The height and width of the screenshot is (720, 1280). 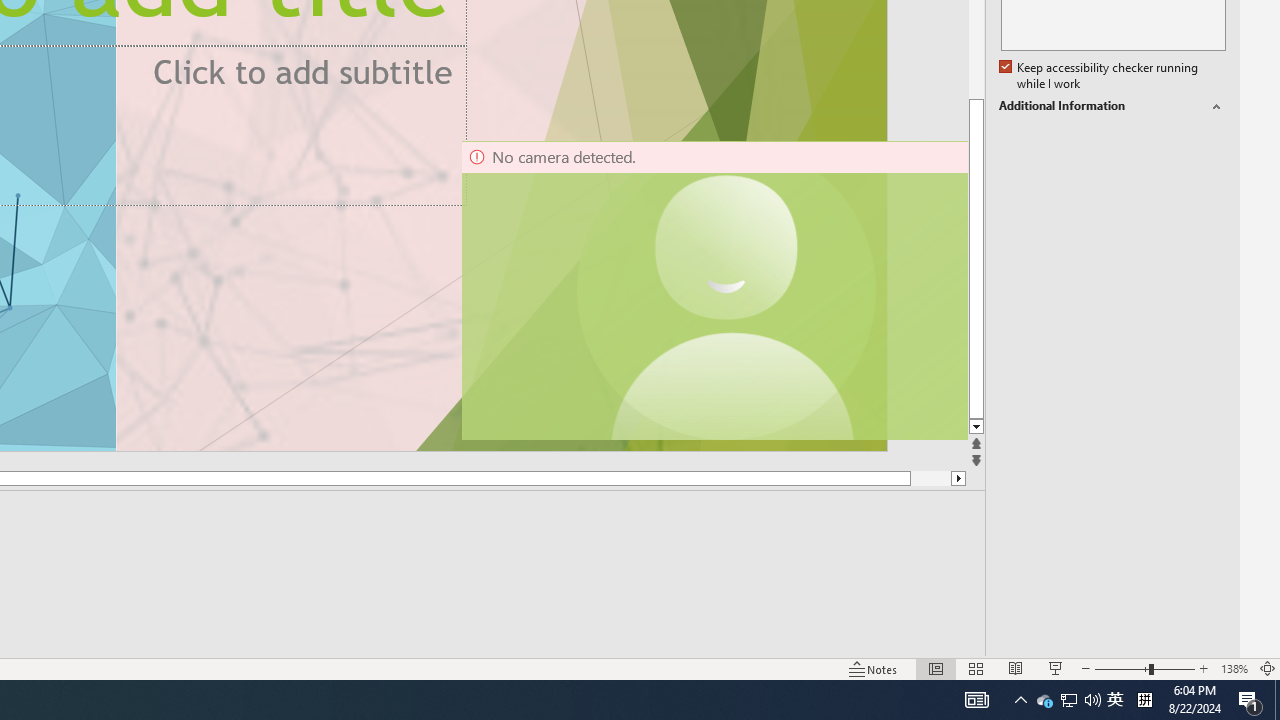 I want to click on 'Keep accessibility checker running while I work', so click(x=1099, y=75).